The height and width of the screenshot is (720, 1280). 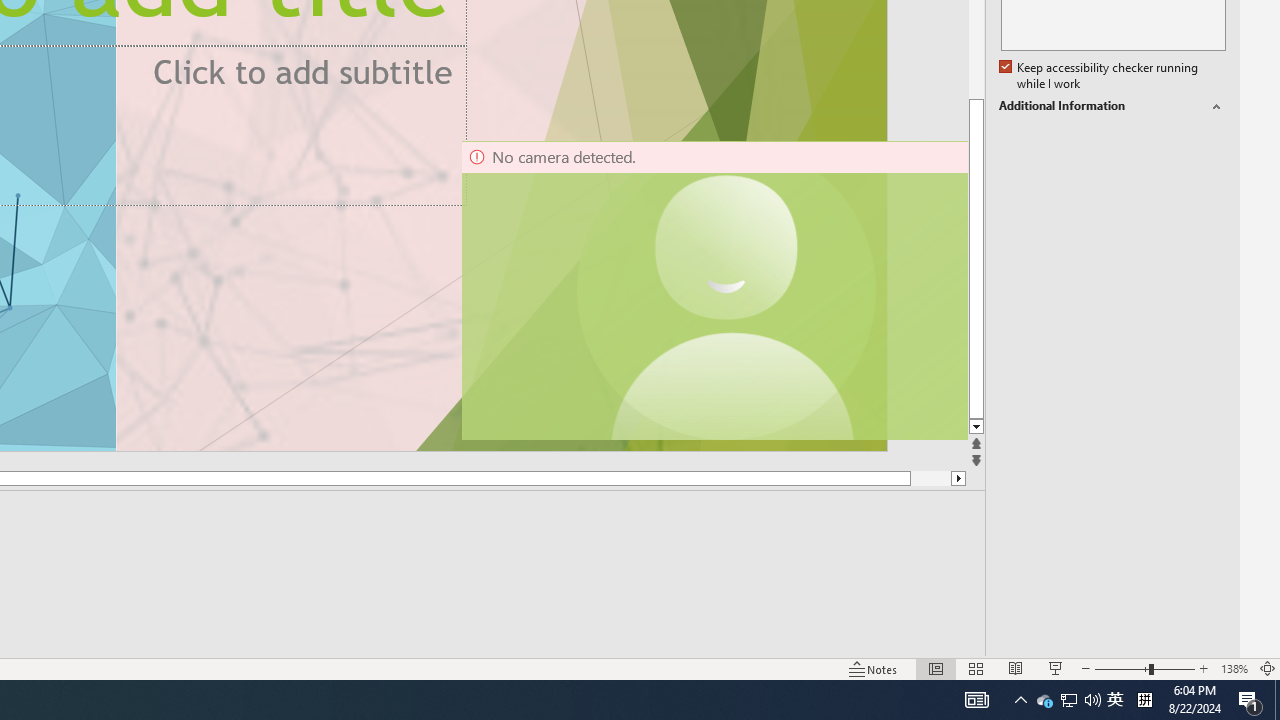 I want to click on 'Keep accessibility checker running while I work', so click(x=1099, y=75).